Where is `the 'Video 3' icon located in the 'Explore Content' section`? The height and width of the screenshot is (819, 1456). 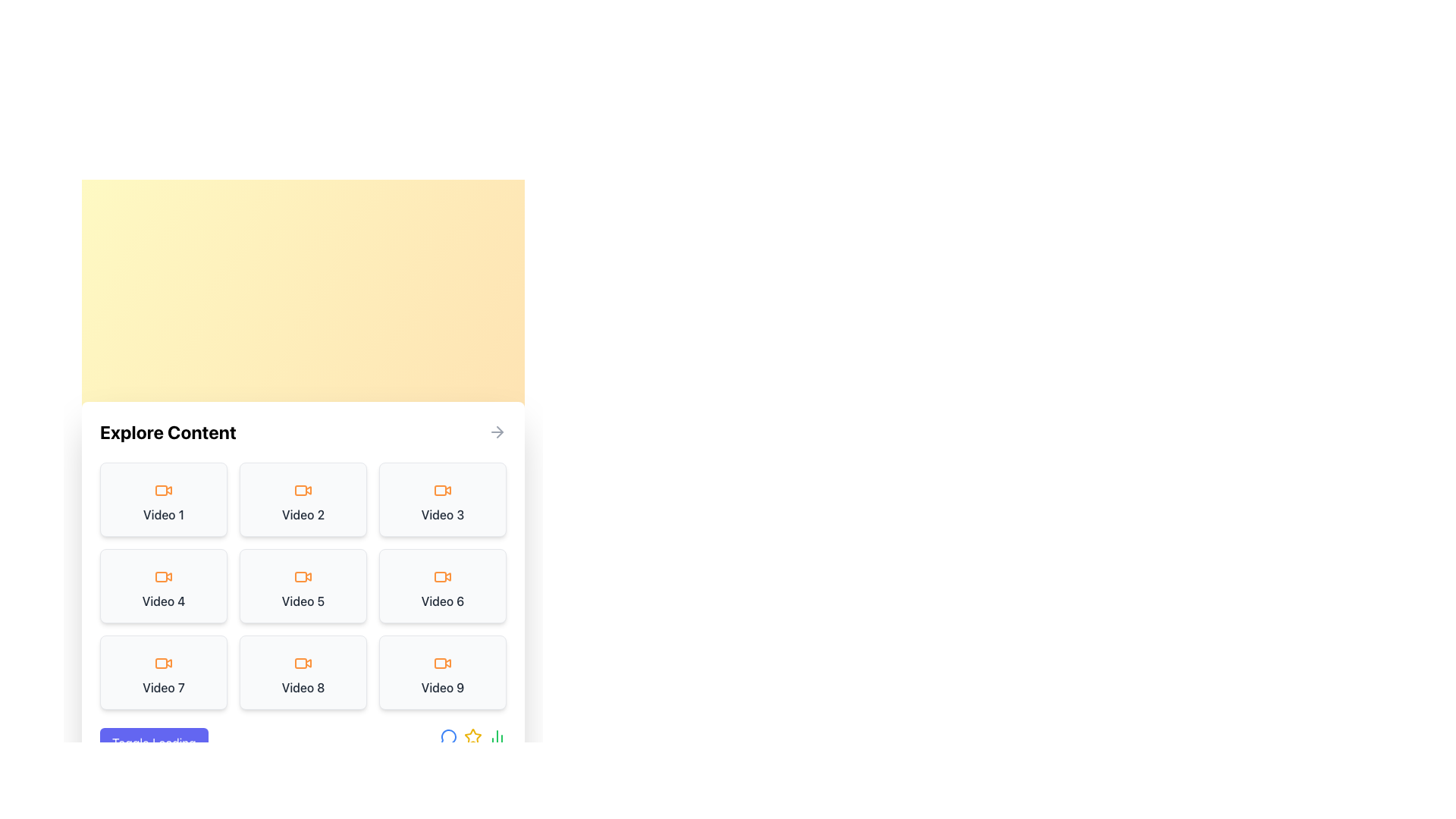 the 'Video 3' icon located in the 'Explore Content' section is located at coordinates (442, 491).